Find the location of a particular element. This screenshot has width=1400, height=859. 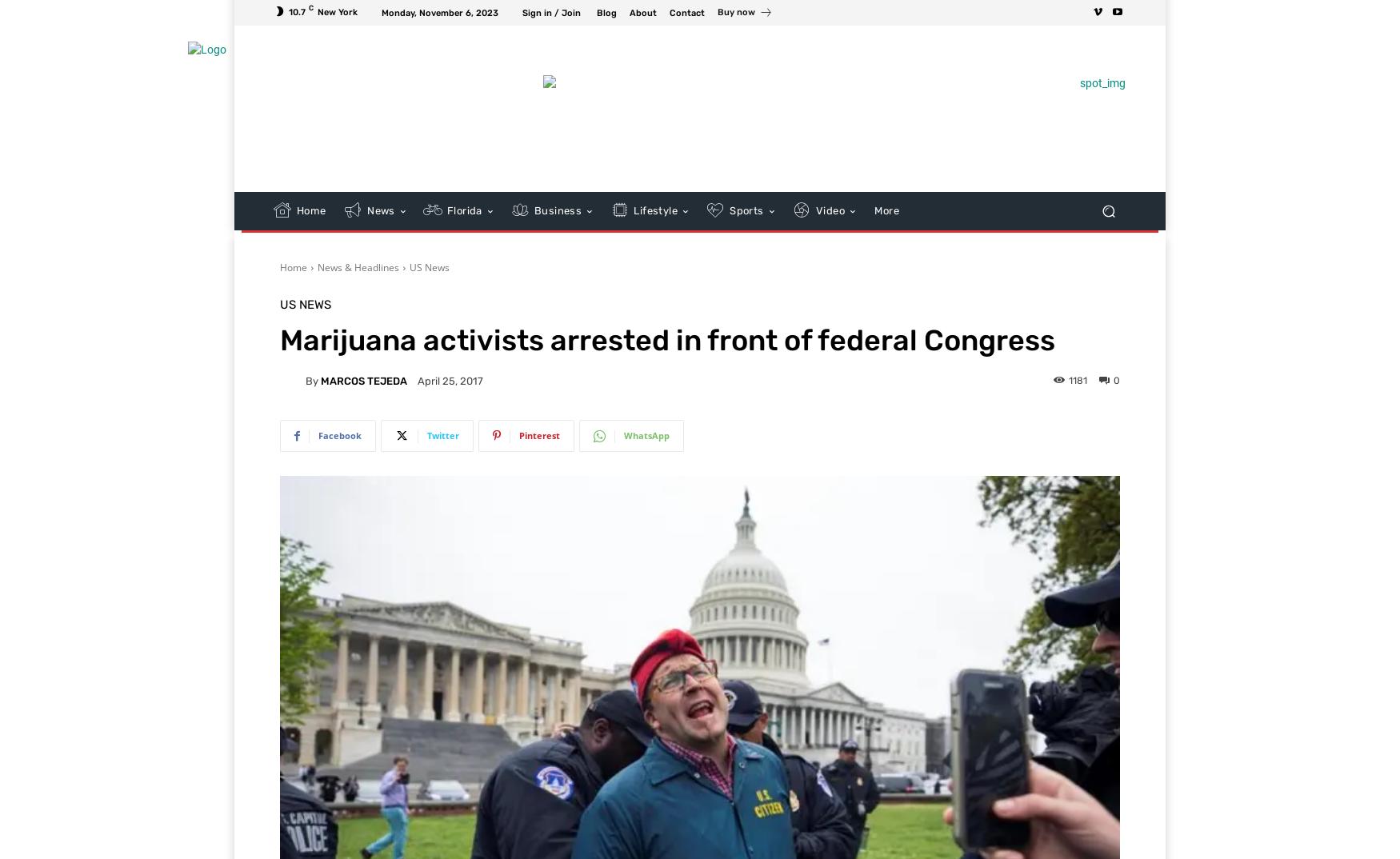

'Contact' is located at coordinates (670, 11).